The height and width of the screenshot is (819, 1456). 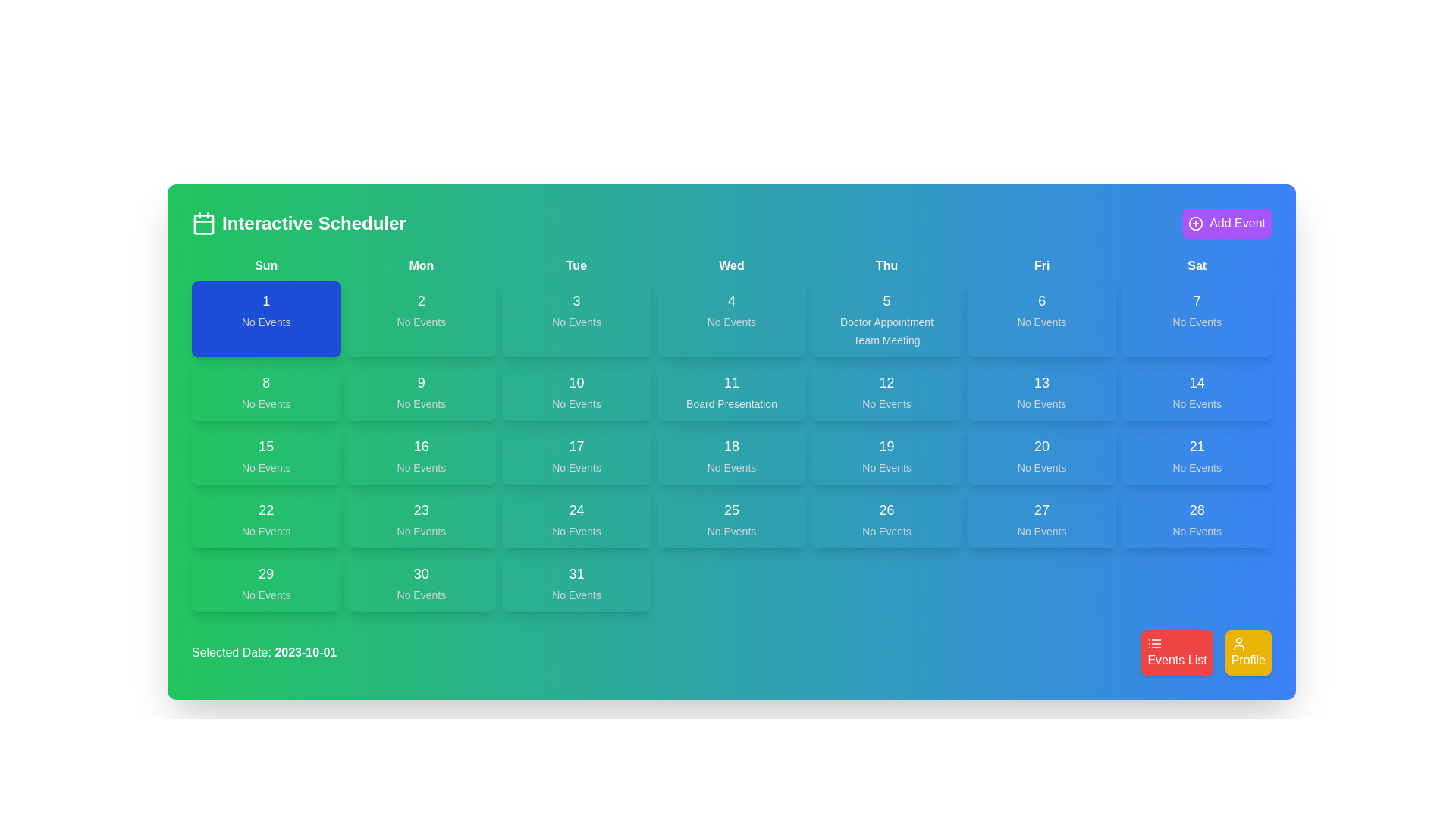 I want to click on the Text Label displaying 'No Events' located at the bottom segment of the box for the date '14' in the calendar grid, specifically in the column labeled 'Sat', so click(x=1196, y=403).